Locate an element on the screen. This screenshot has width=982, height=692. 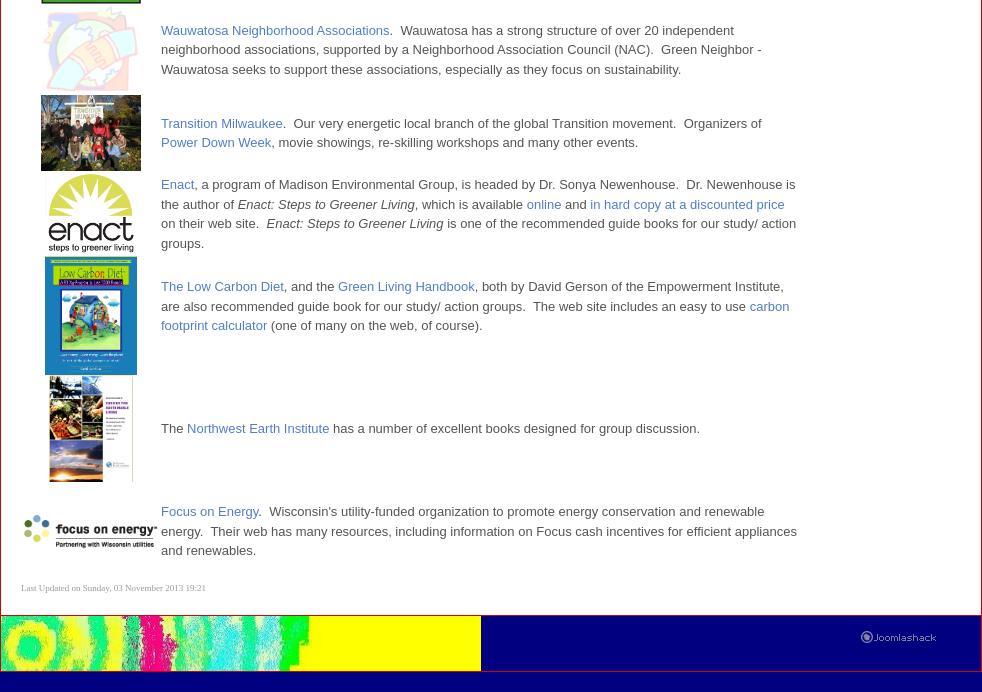
'carbon footprint calculator' is located at coordinates (160, 314).